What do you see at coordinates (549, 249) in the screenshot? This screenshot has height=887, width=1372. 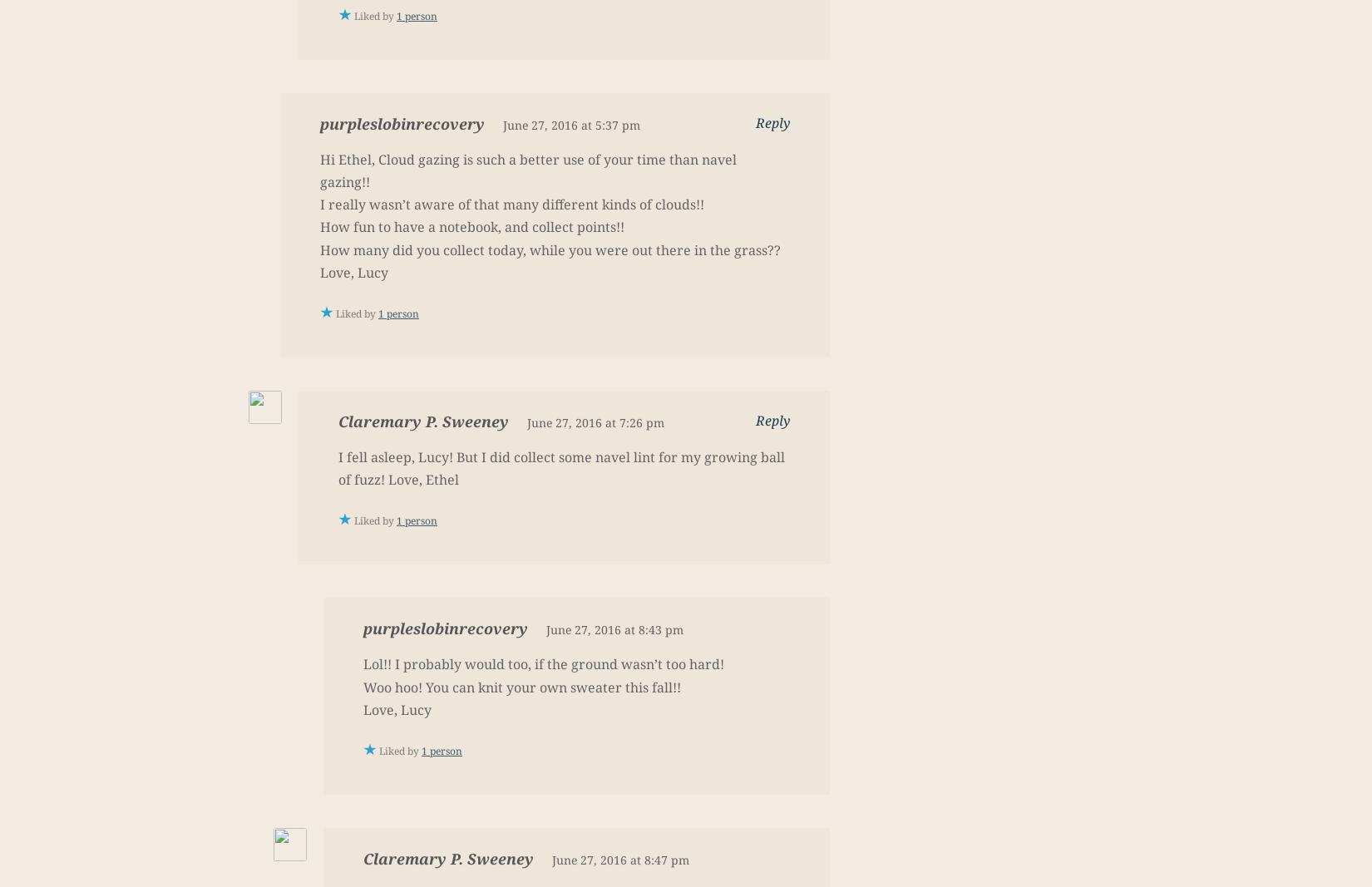 I see `'How many did you collect today, while you were out there in the grass??'` at bounding box center [549, 249].